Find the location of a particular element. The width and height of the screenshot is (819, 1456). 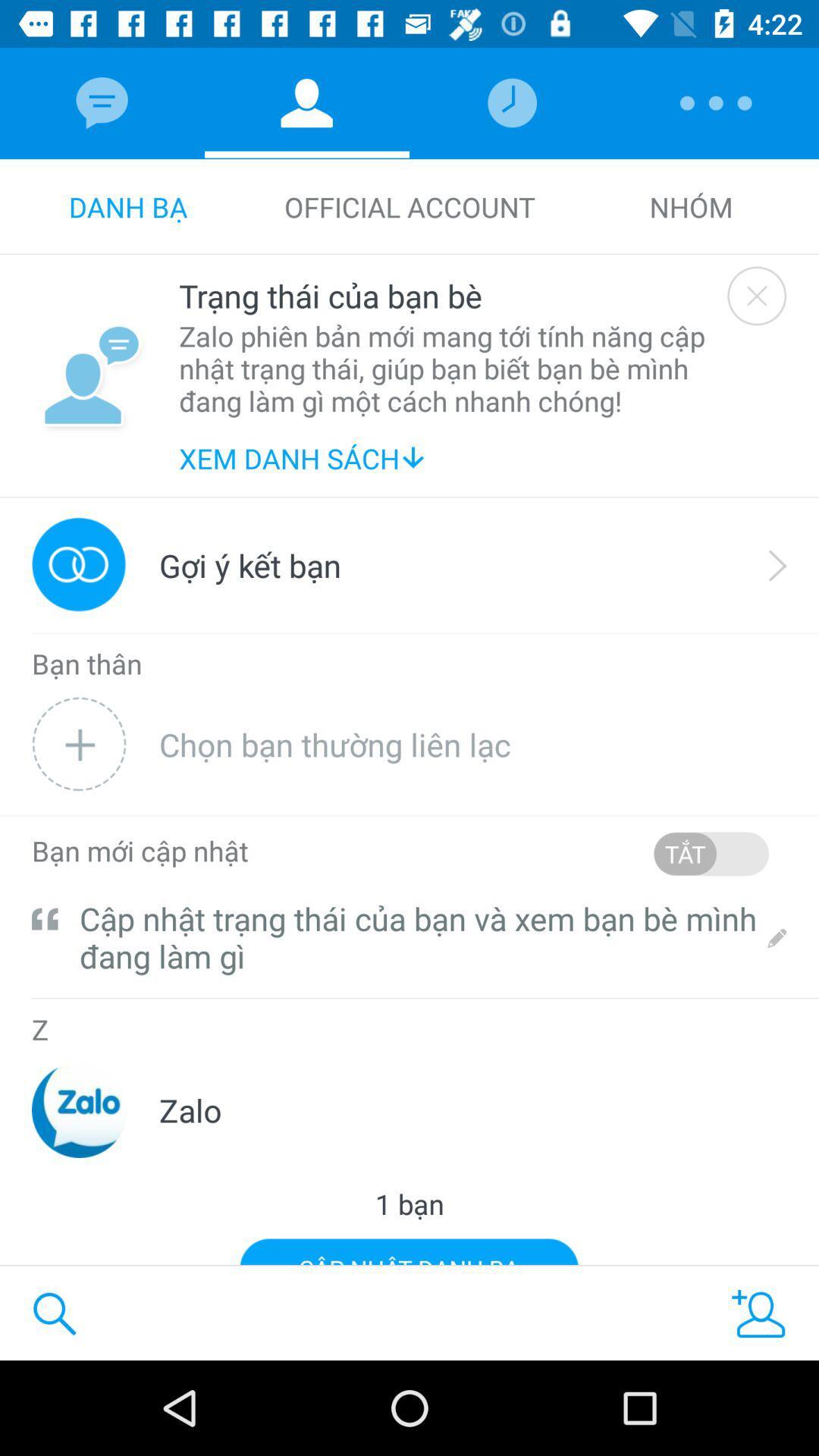

the z is located at coordinates (39, 1031).